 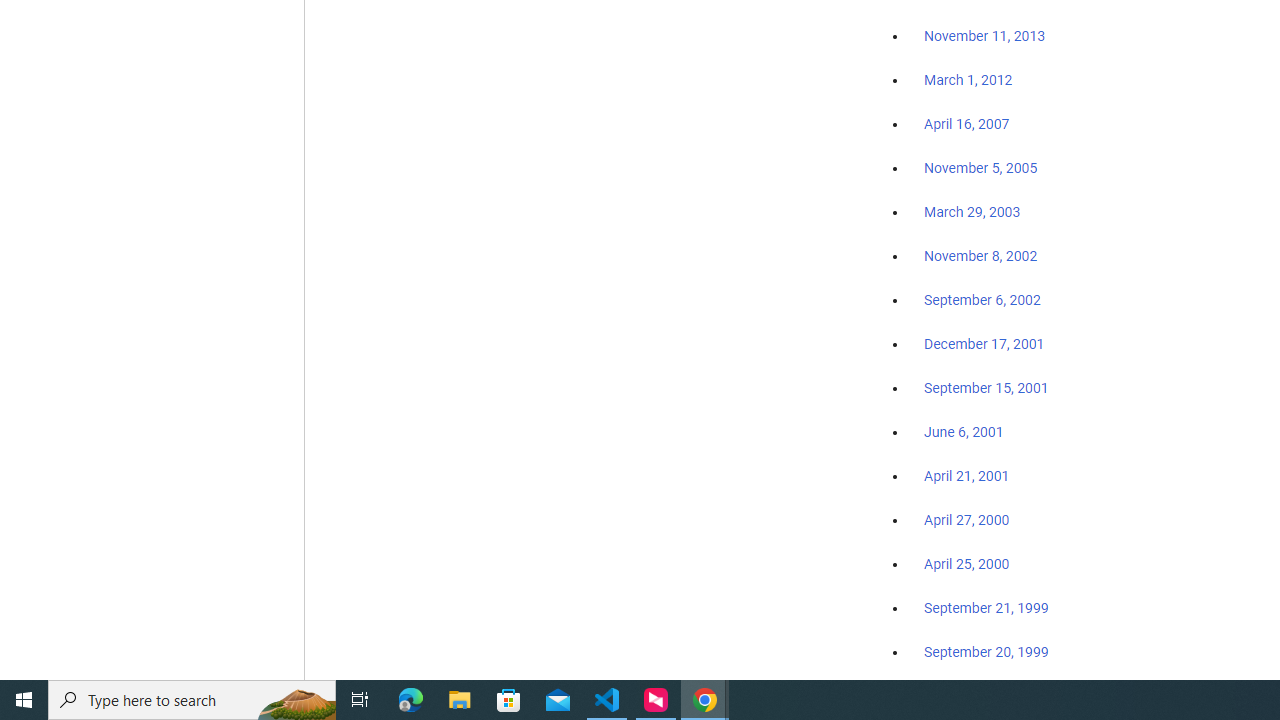 What do you see at coordinates (981, 167) in the screenshot?
I see `'November 5, 2005'` at bounding box center [981, 167].